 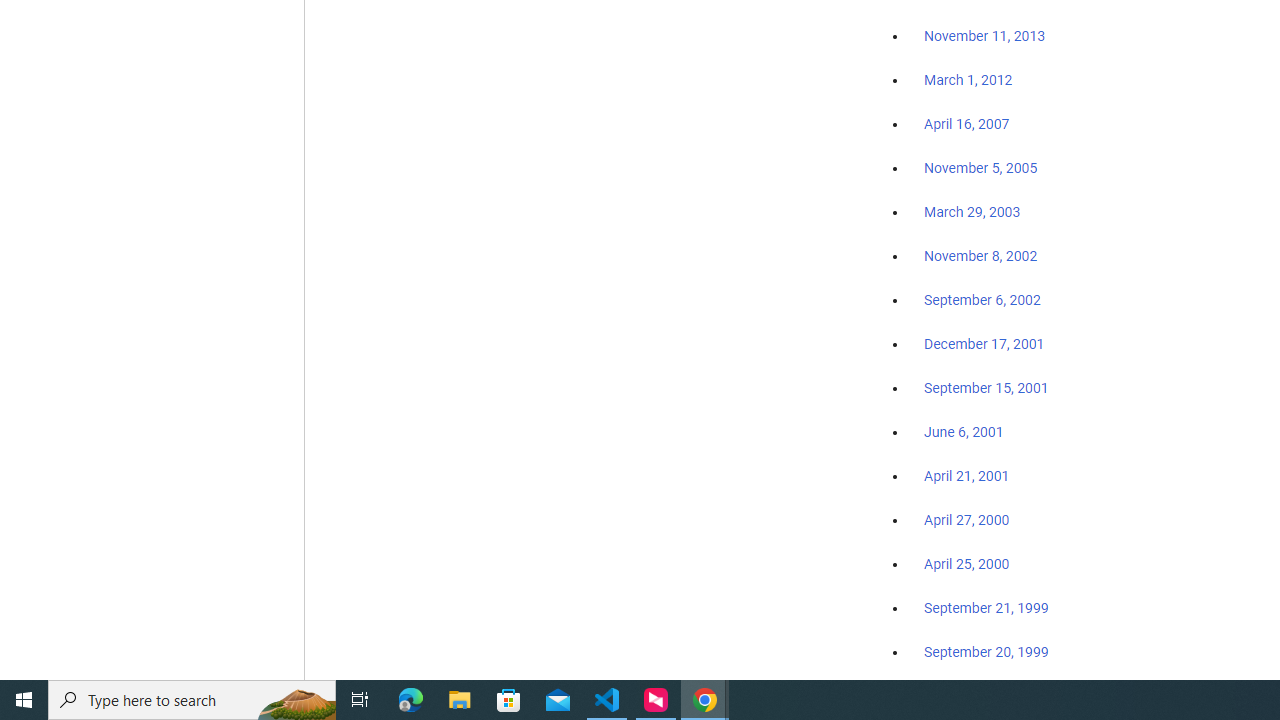 What do you see at coordinates (981, 167) in the screenshot?
I see `'November 5, 2005'` at bounding box center [981, 167].